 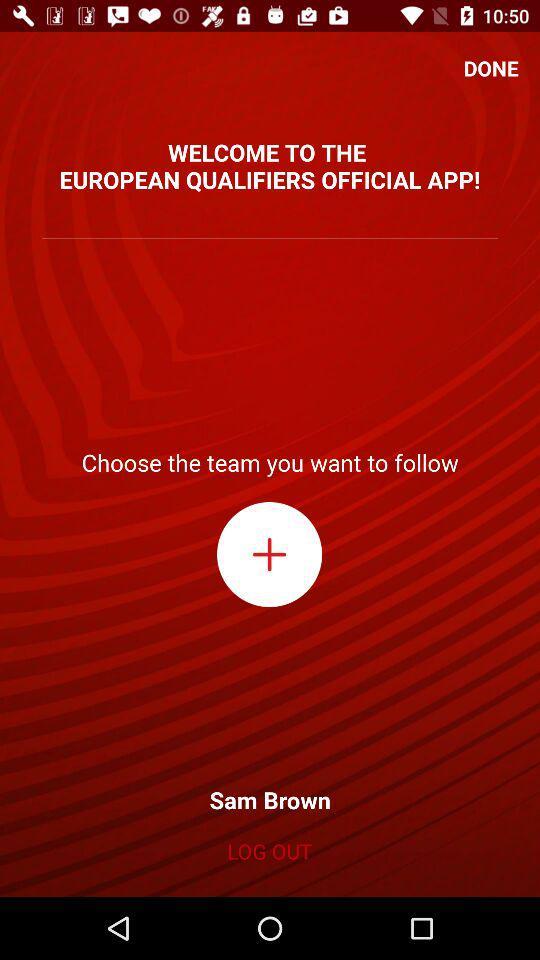 I want to click on icon at the top right corner, so click(x=490, y=68).